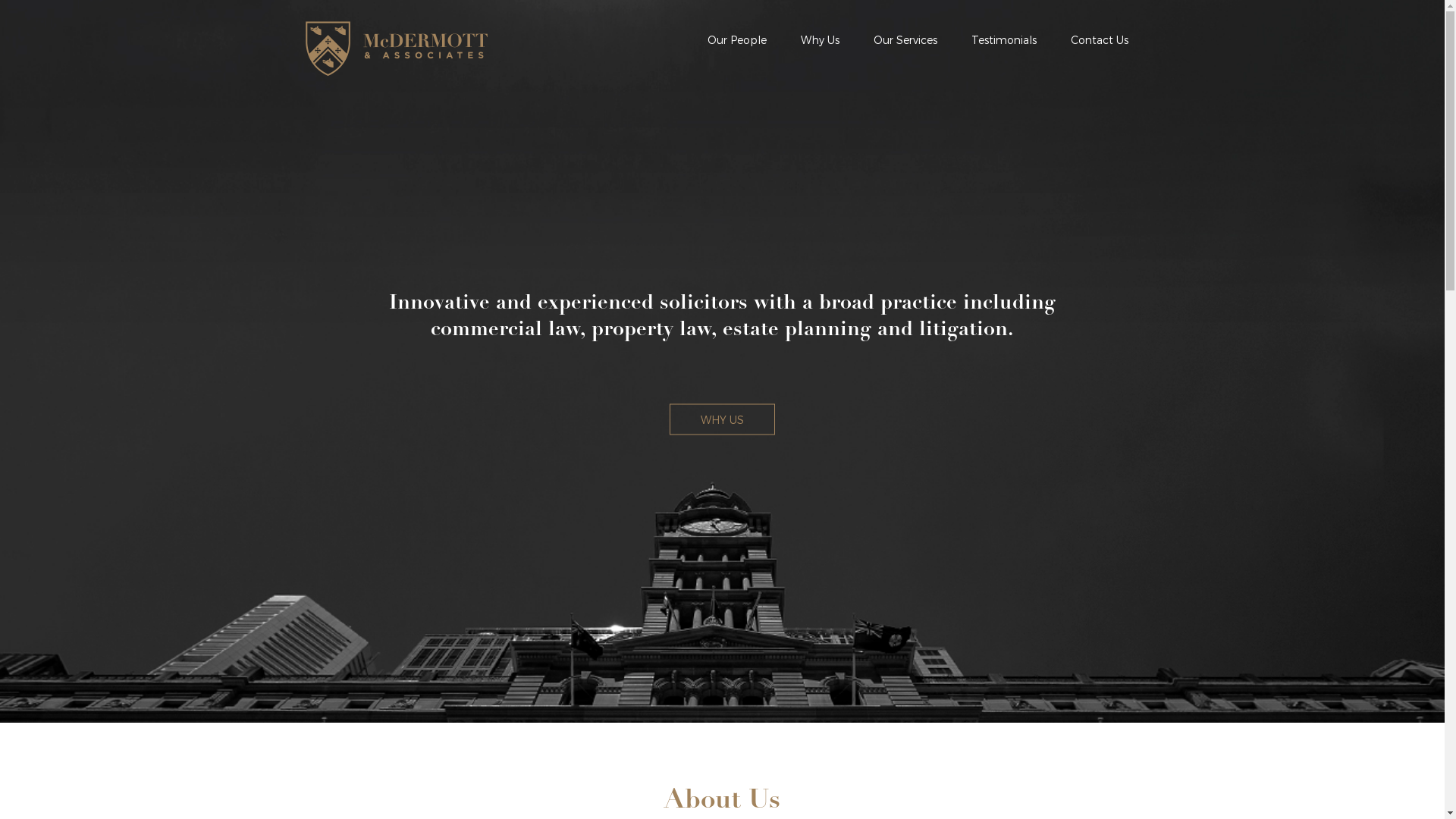 The width and height of the screenshot is (1456, 819). Describe the element at coordinates (721, 419) in the screenshot. I see `'WHY US'` at that location.